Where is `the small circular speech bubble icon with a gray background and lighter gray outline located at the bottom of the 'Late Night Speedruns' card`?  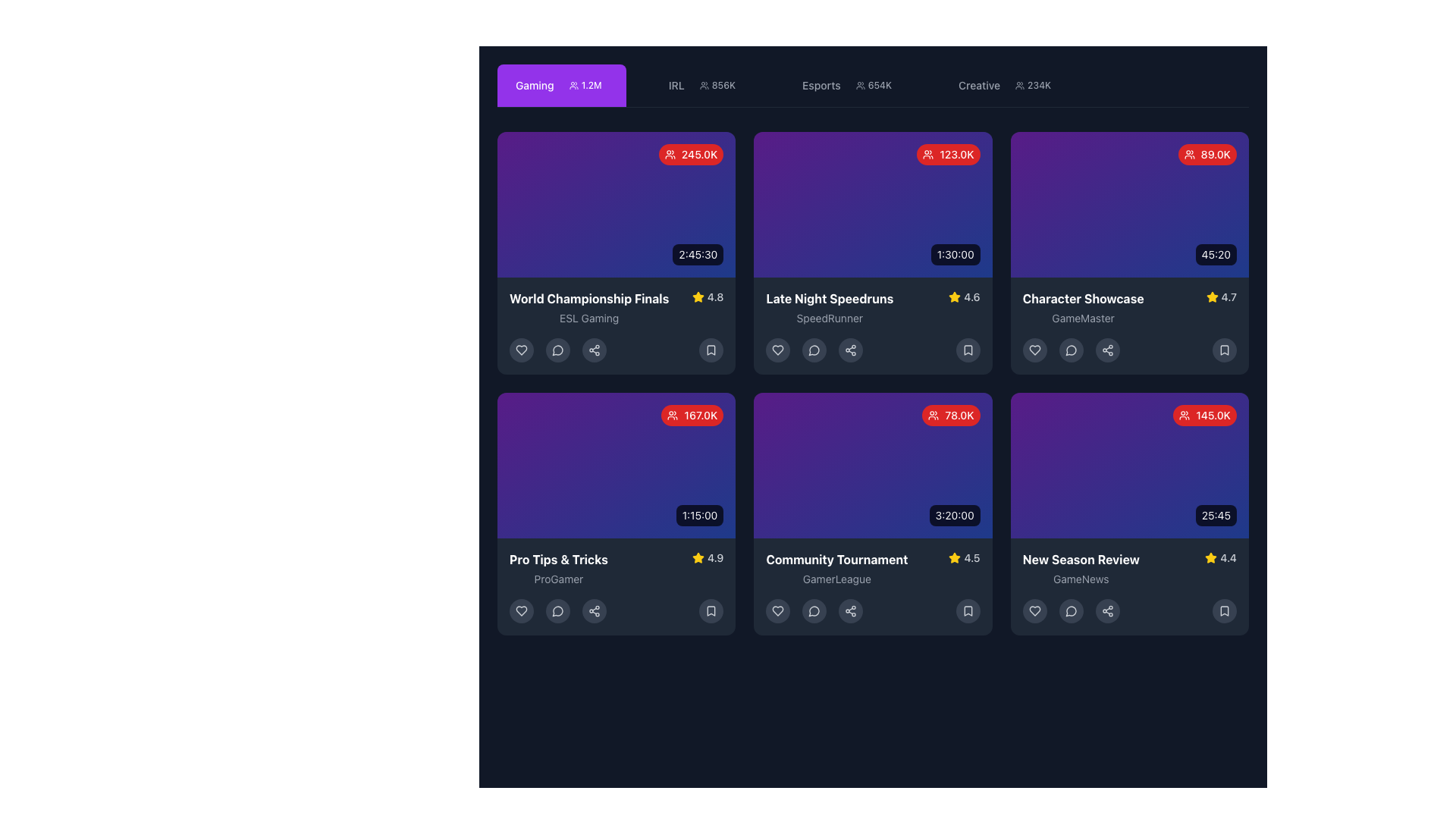 the small circular speech bubble icon with a gray background and lighter gray outline located at the bottom of the 'Late Night Speedruns' card is located at coordinates (814, 350).